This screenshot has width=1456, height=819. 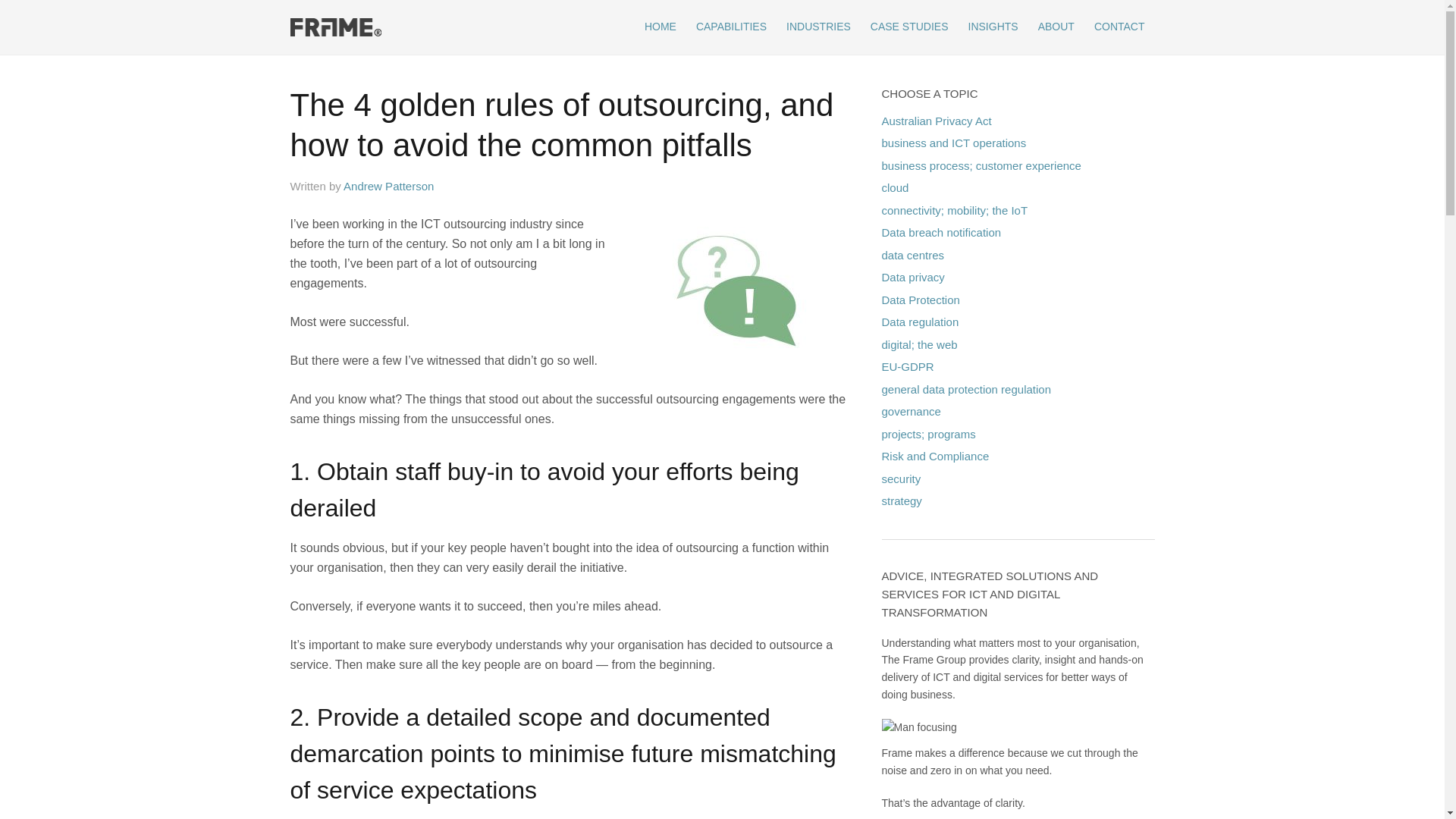 I want to click on 'general data protection regulation', so click(x=965, y=388).